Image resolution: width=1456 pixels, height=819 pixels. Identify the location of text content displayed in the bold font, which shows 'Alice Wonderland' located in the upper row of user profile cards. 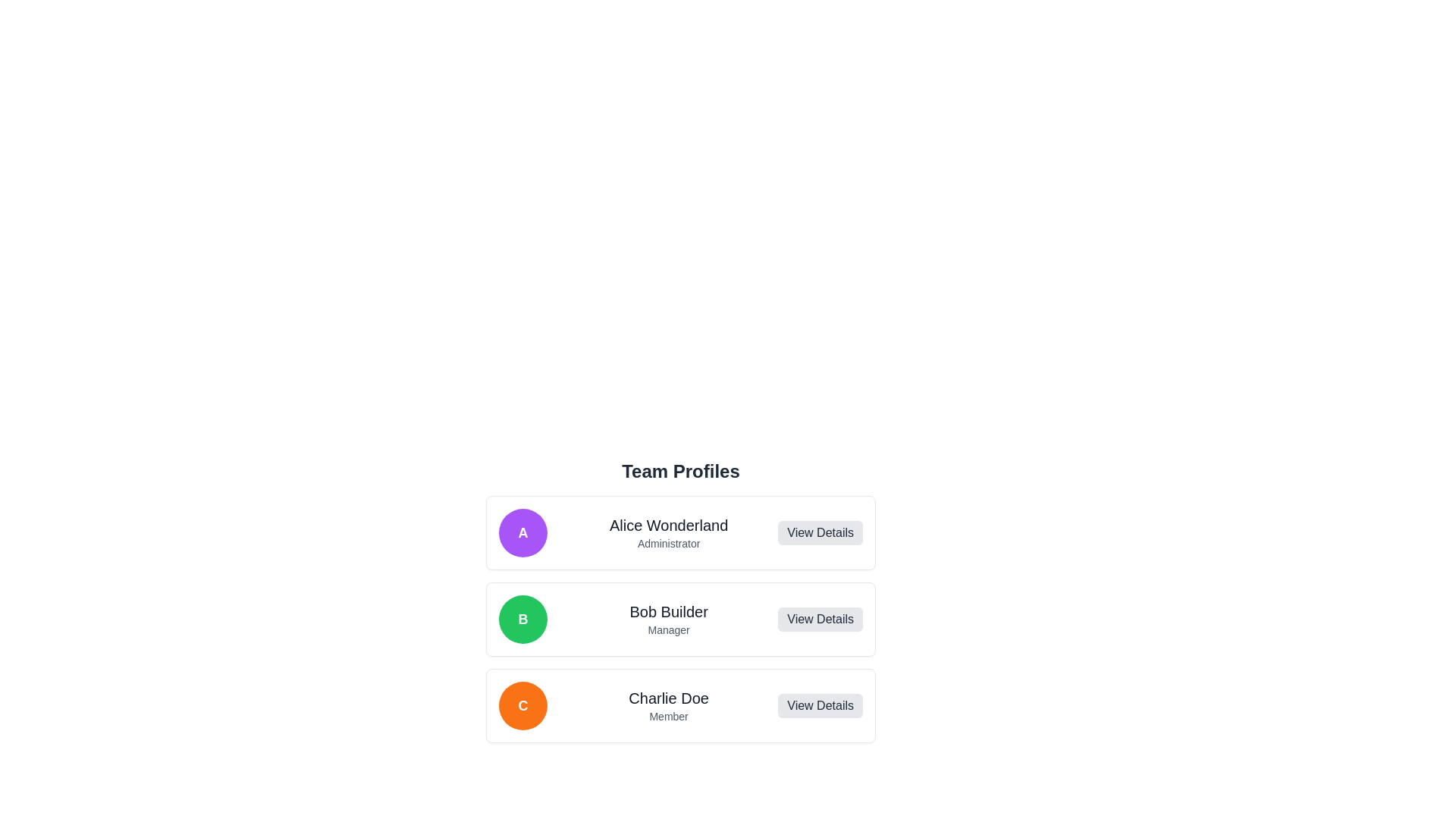
(668, 525).